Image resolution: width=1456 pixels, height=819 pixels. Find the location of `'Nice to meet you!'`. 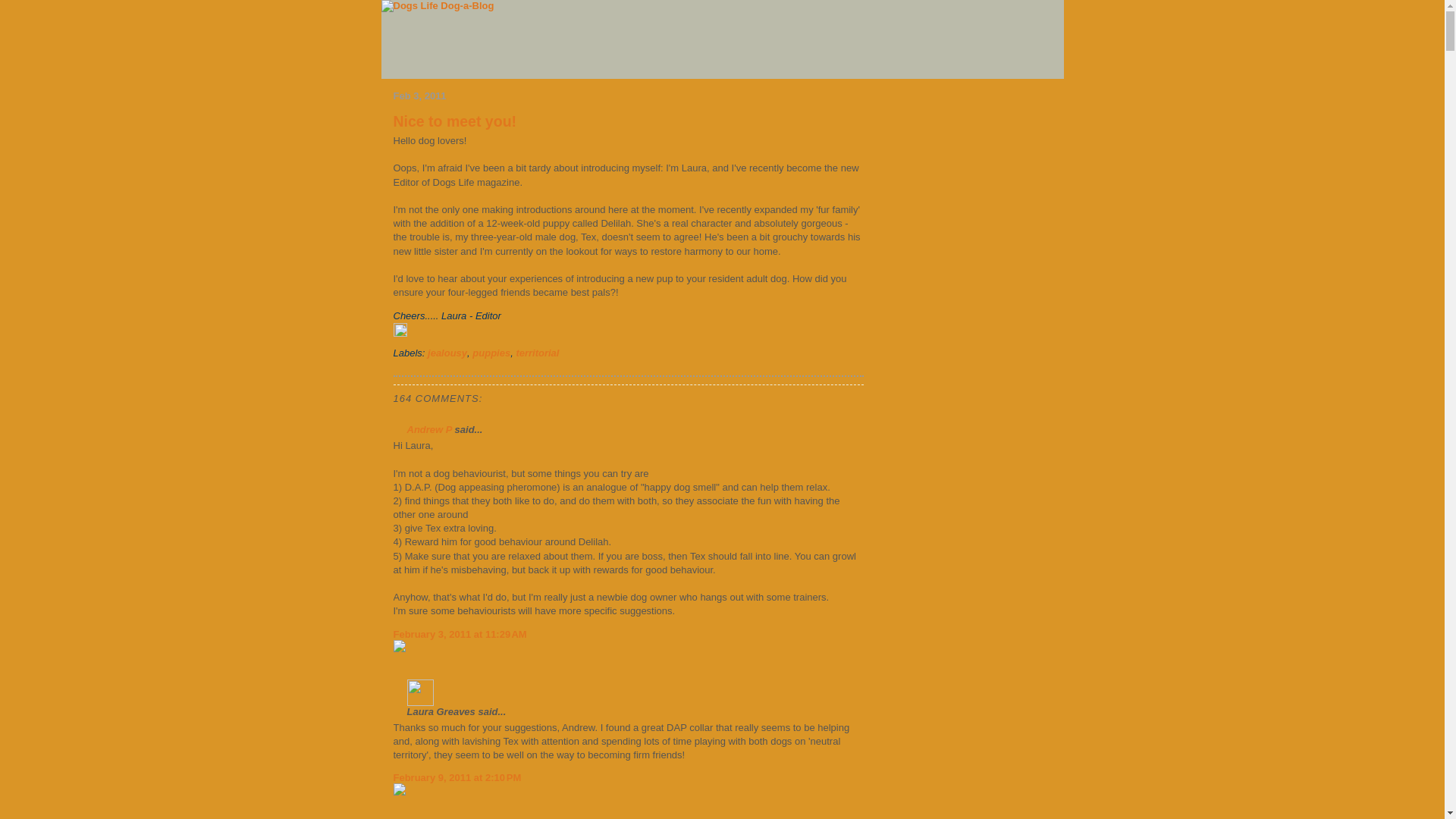

'Nice to meet you!' is located at coordinates (453, 120).